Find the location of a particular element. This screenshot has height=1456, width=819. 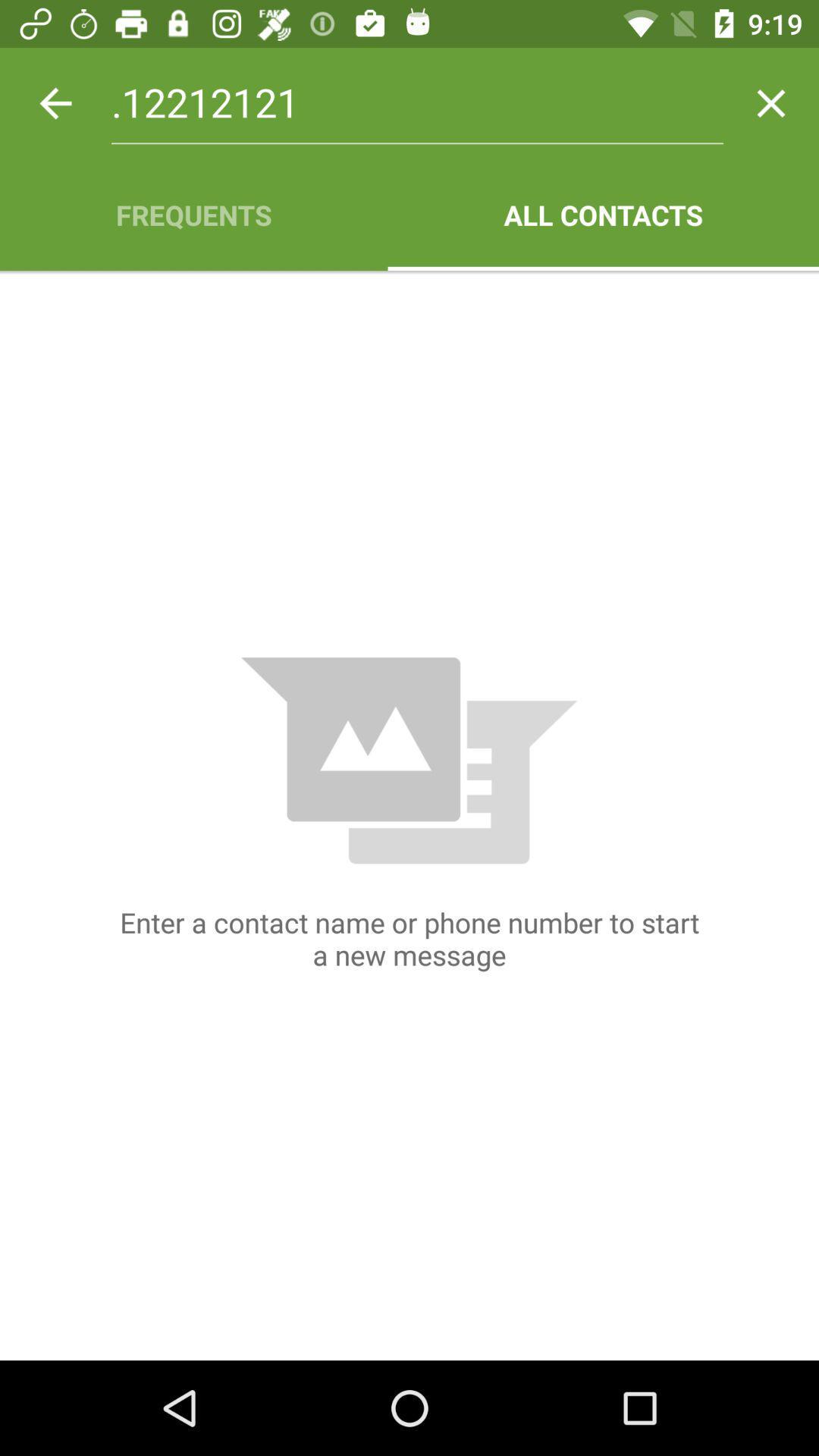

icon next to .12212121 is located at coordinates (55, 102).